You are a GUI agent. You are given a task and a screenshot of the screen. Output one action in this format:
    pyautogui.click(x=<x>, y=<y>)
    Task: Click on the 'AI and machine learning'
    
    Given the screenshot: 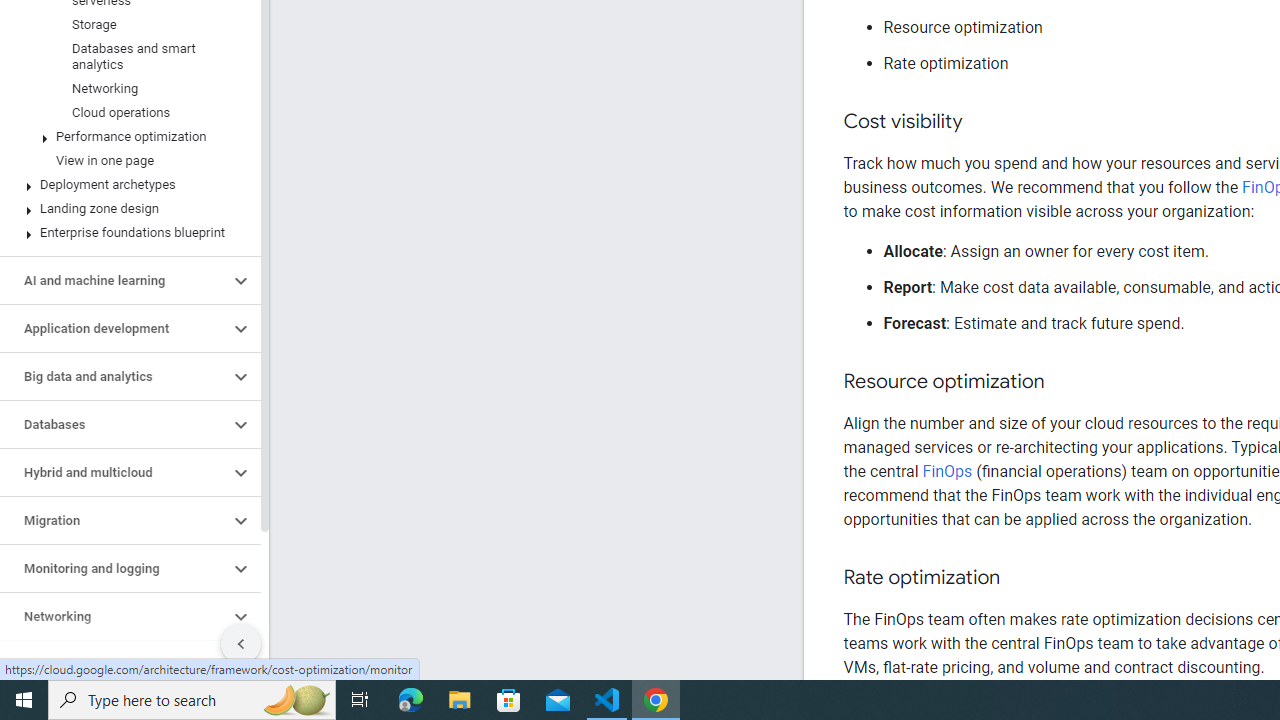 What is the action you would take?
    pyautogui.click(x=113, y=281)
    